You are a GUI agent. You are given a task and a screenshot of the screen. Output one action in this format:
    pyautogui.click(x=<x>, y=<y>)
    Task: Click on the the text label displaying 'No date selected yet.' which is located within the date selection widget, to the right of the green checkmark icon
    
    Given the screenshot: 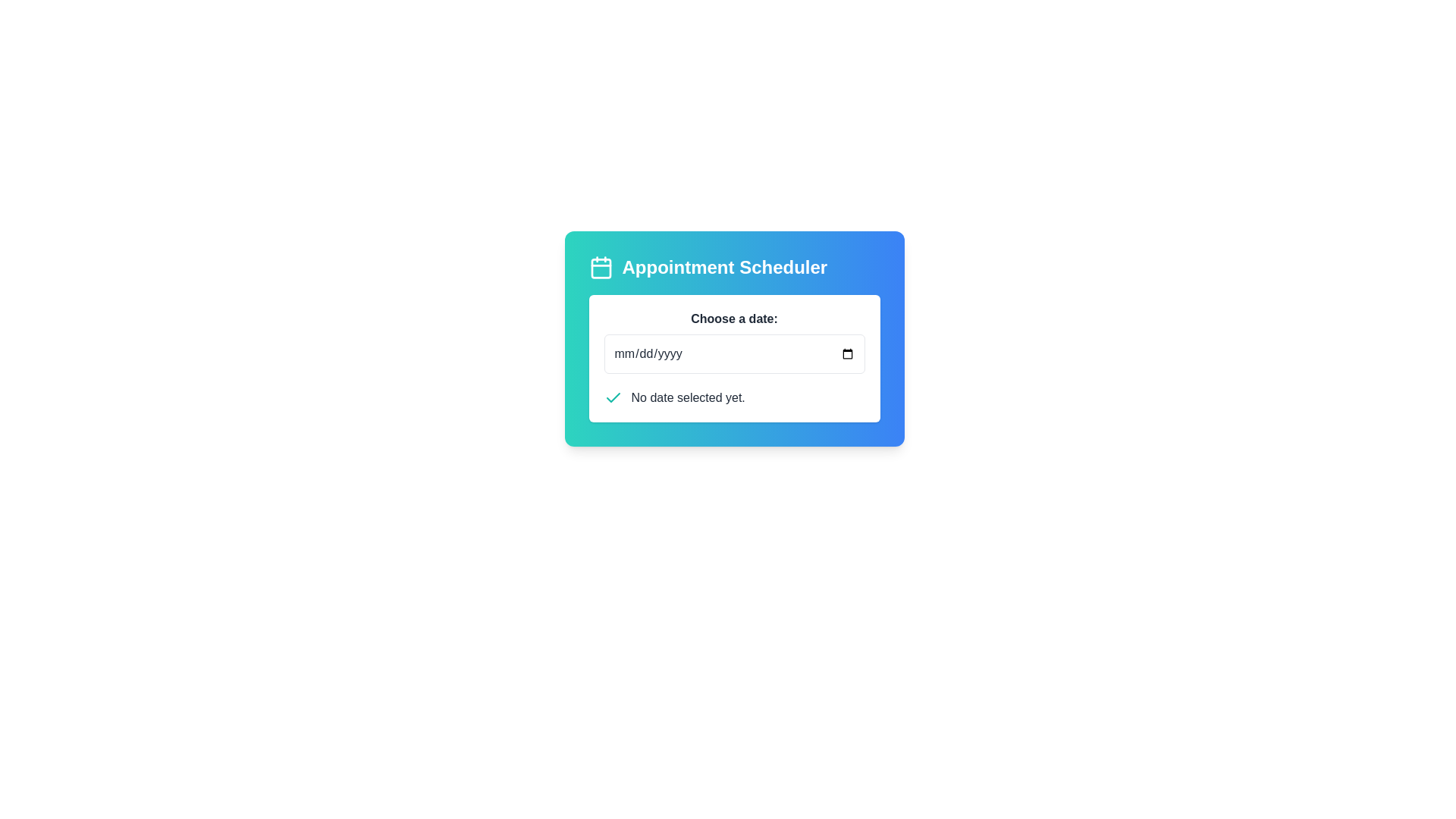 What is the action you would take?
    pyautogui.click(x=687, y=397)
    